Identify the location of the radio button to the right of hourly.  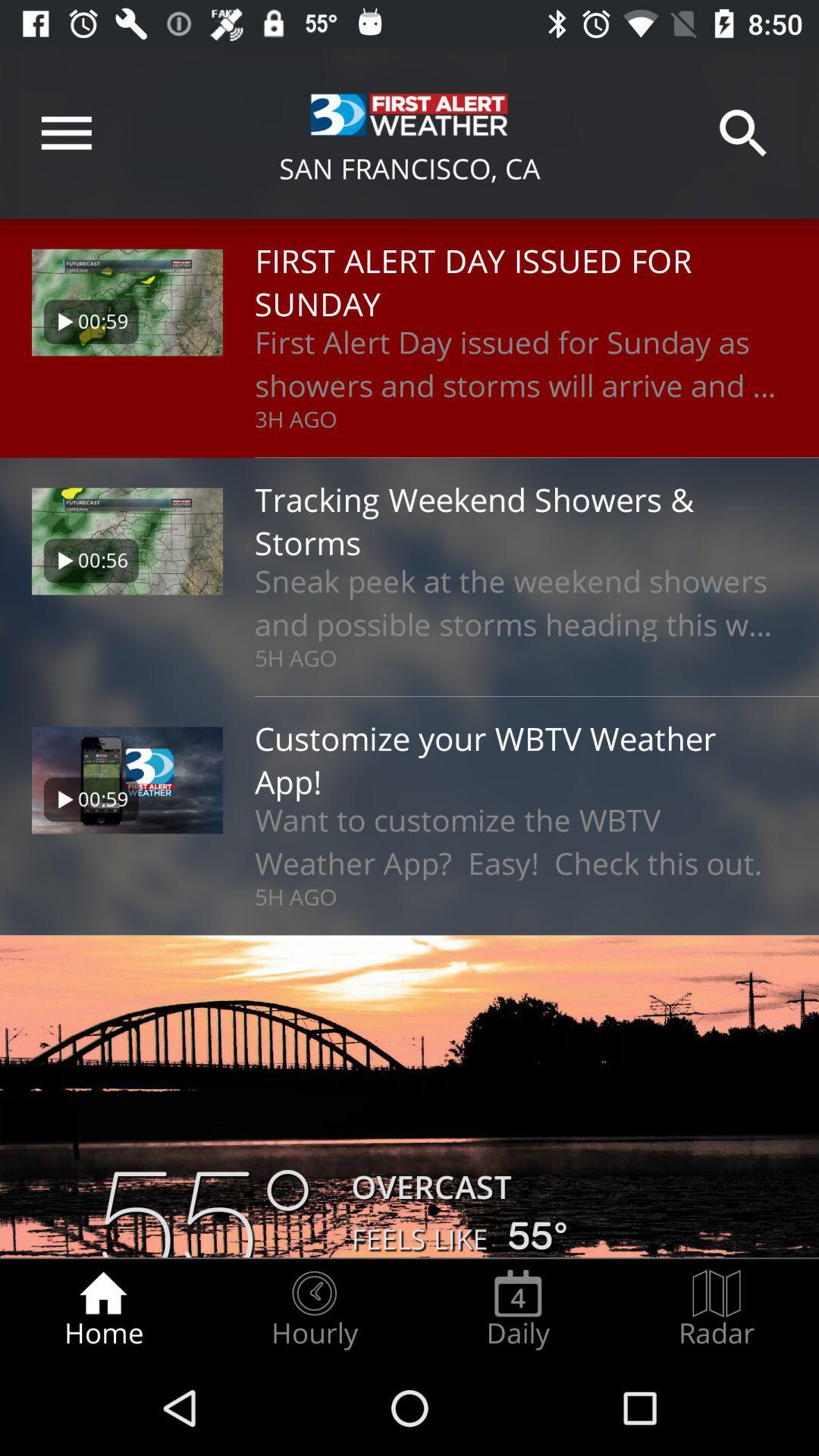
(517, 1309).